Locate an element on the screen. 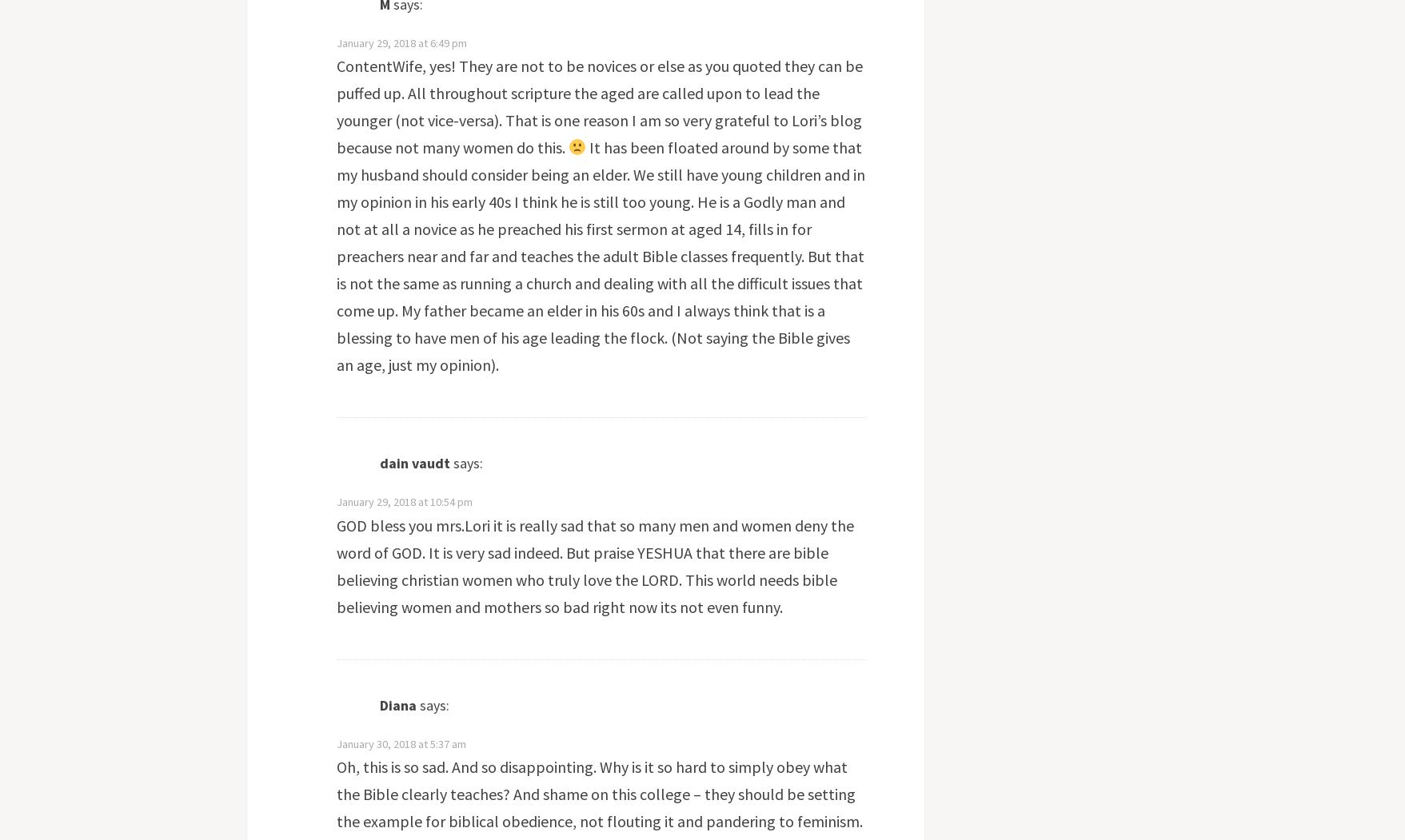 The height and width of the screenshot is (840, 1405). 'Diana' is located at coordinates (397, 703).